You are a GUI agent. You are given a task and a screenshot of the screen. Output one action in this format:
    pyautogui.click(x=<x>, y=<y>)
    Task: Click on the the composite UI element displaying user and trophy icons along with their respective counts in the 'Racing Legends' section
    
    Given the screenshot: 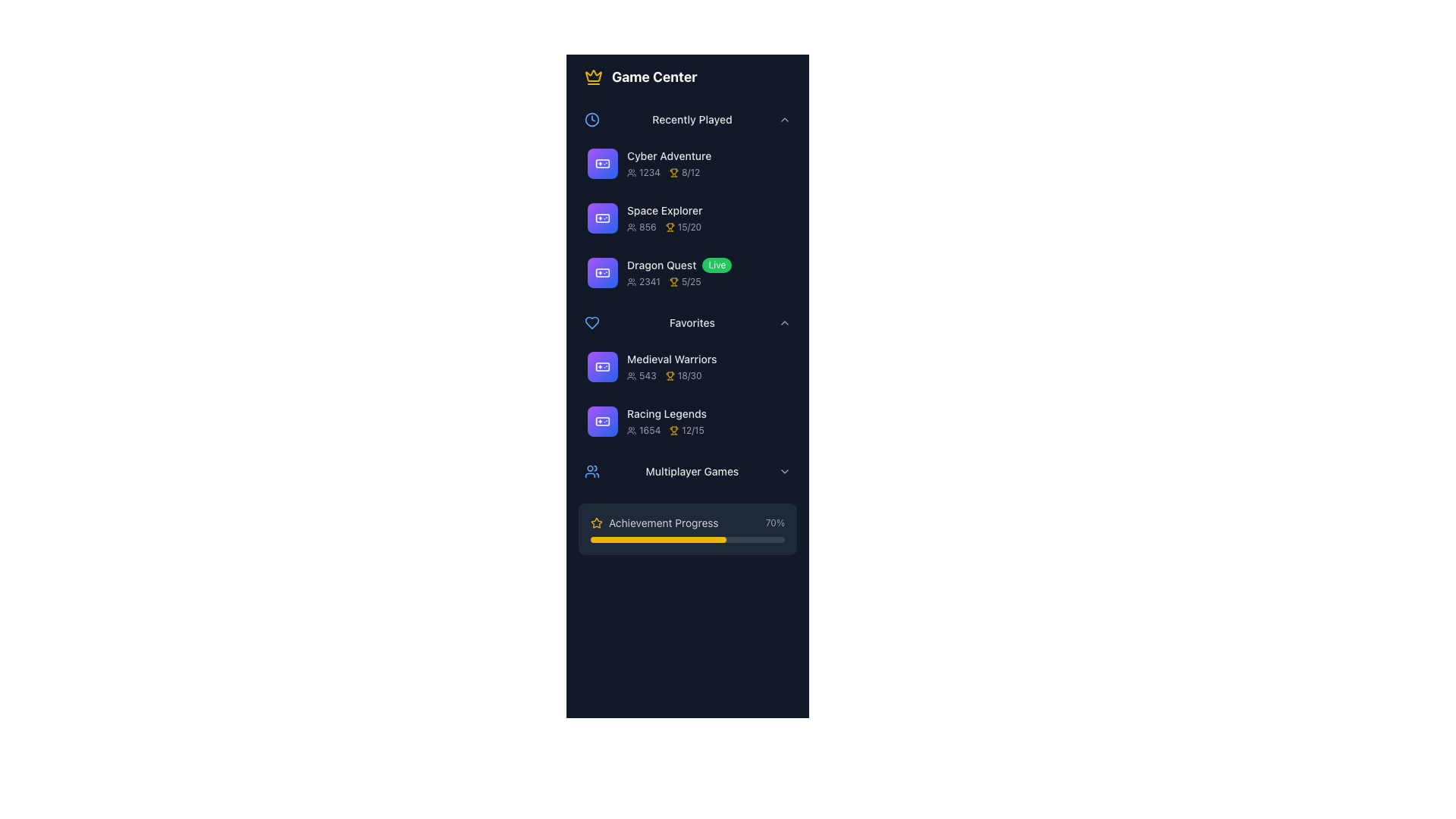 What is the action you would take?
    pyautogui.click(x=706, y=430)
    